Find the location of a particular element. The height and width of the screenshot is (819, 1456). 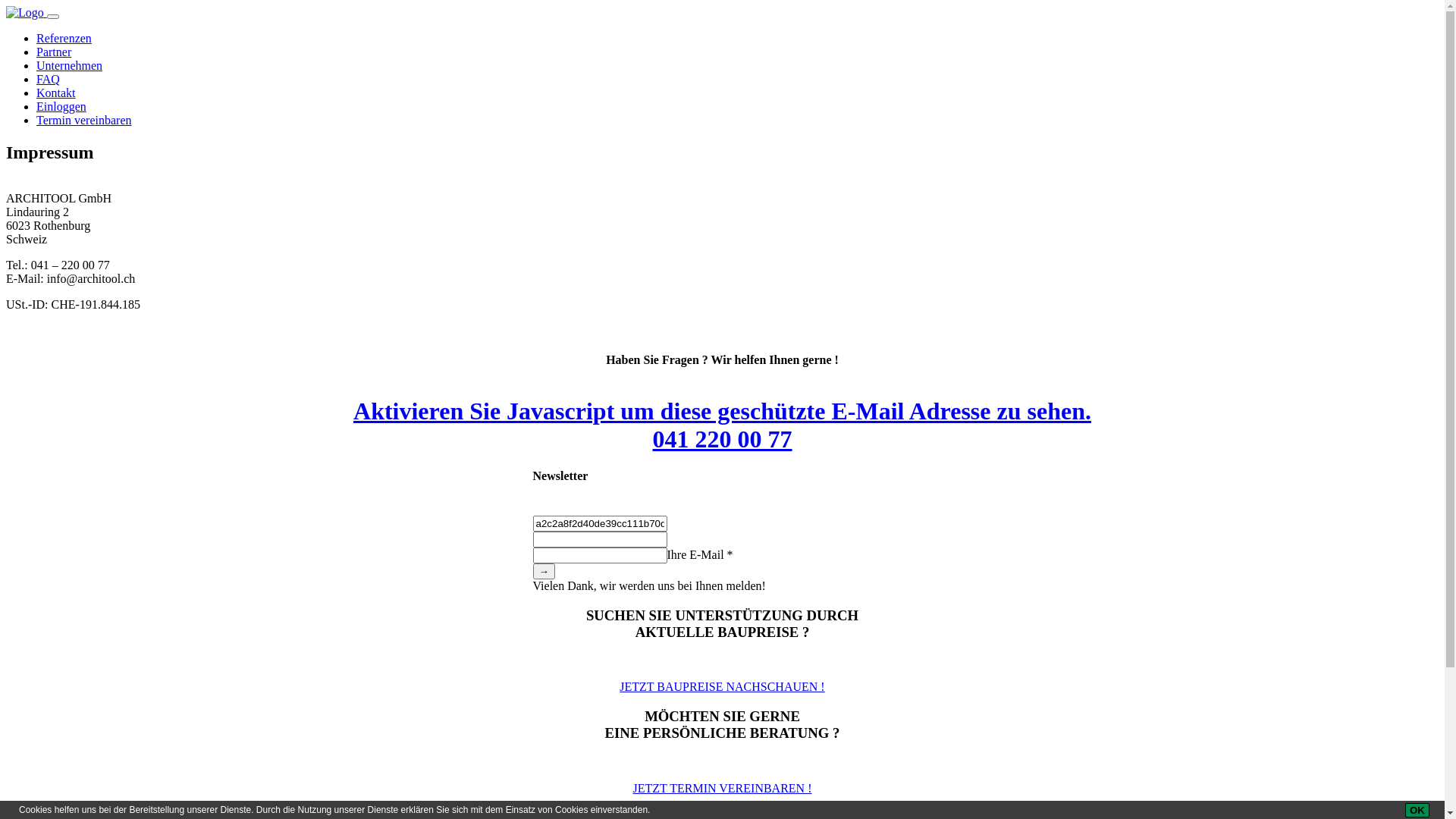

'Referenzen' is located at coordinates (63, 37).